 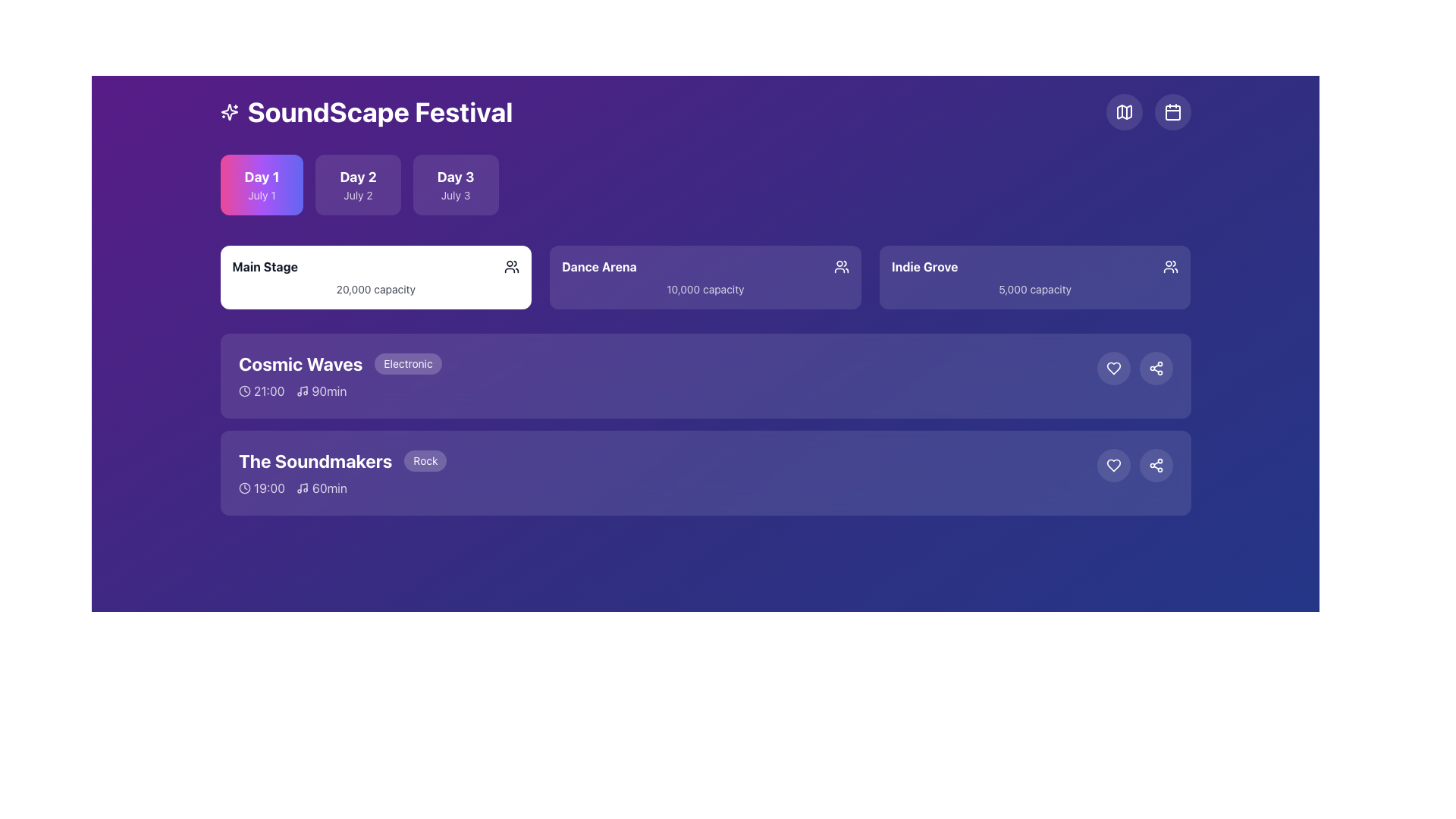 What do you see at coordinates (455, 177) in the screenshot?
I see `label for the button representing 'Day 3' of the event, which is located in the middle of the horizontal sequence of day selectors` at bounding box center [455, 177].